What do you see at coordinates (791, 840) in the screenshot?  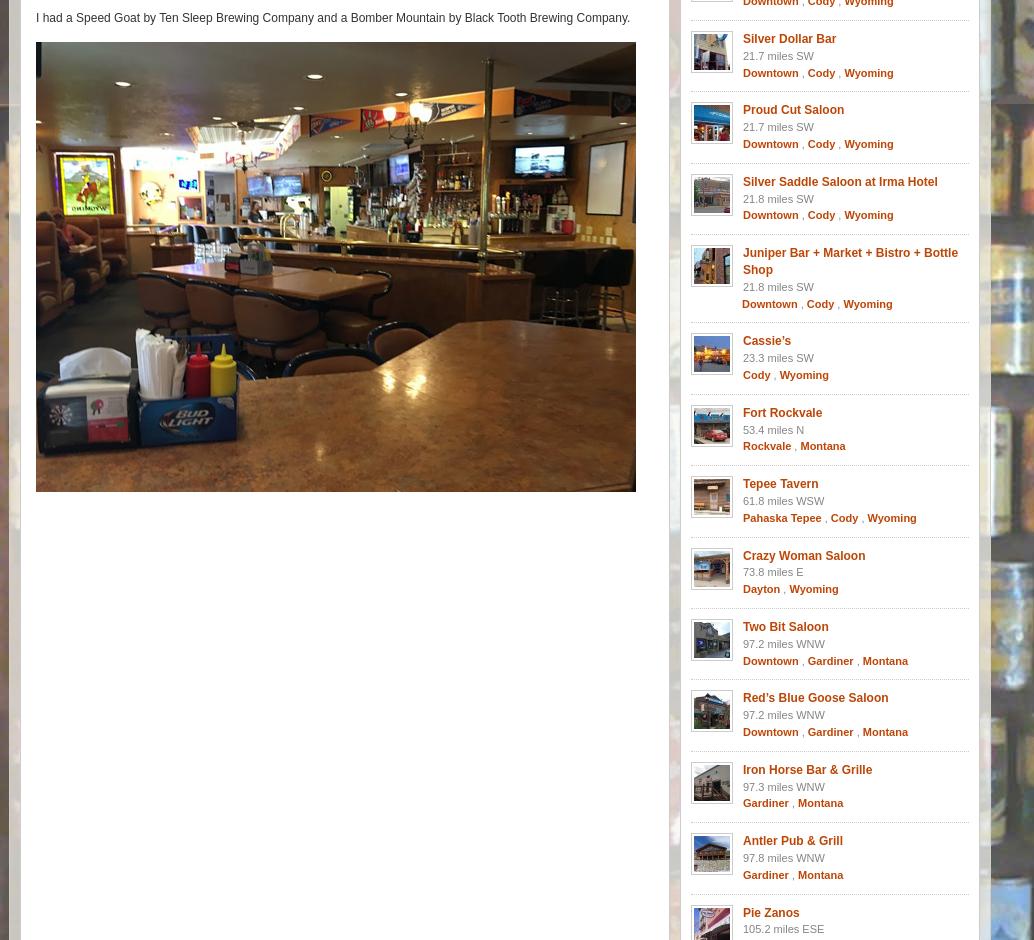 I see `'Antler Pub & Grill'` at bounding box center [791, 840].